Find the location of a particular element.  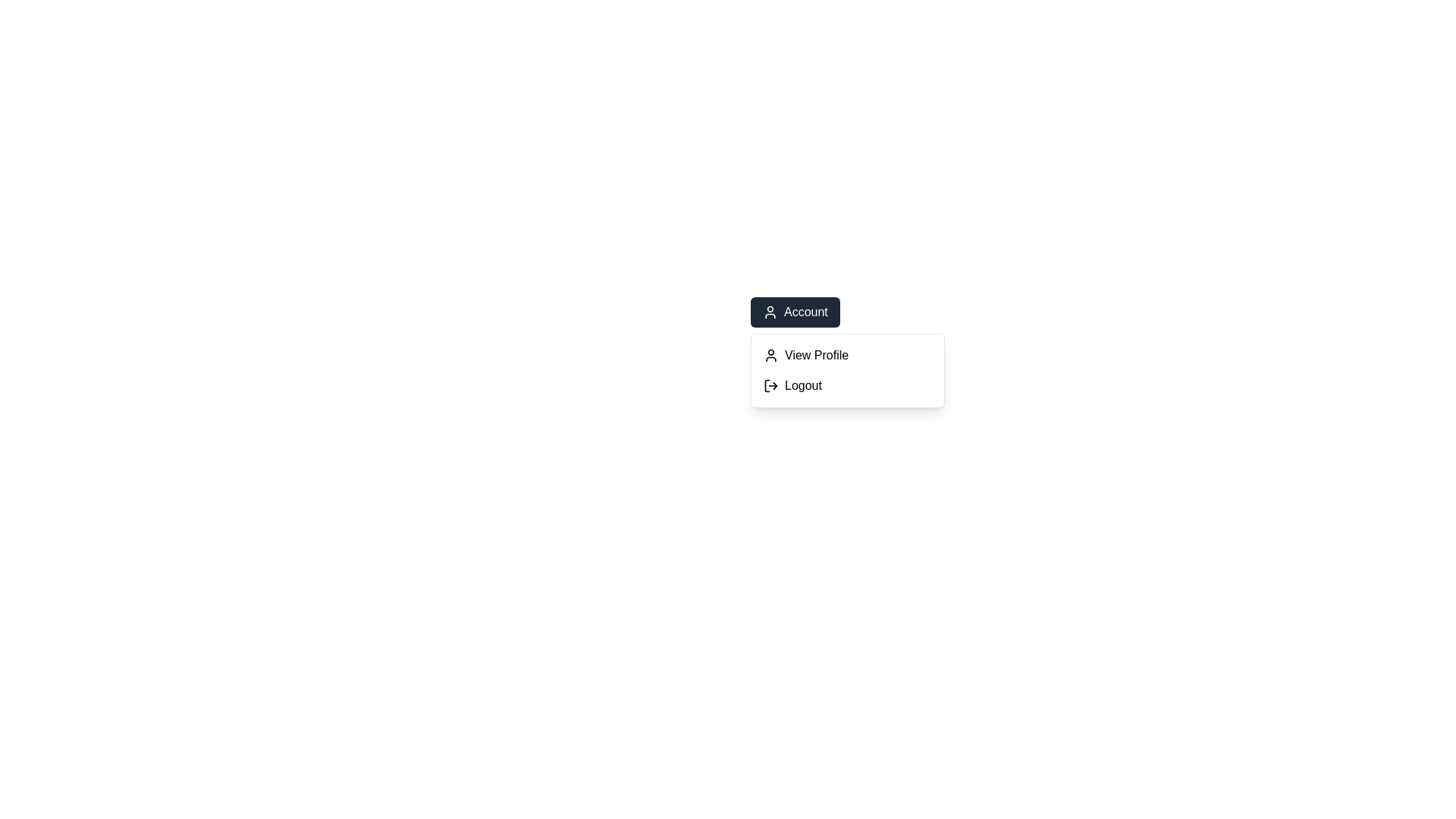

the user profile icon, which is a small black circular figure with a person outline, located to the left of the 'View Profile' text in the dropdown menu under the 'Account' button is located at coordinates (771, 356).